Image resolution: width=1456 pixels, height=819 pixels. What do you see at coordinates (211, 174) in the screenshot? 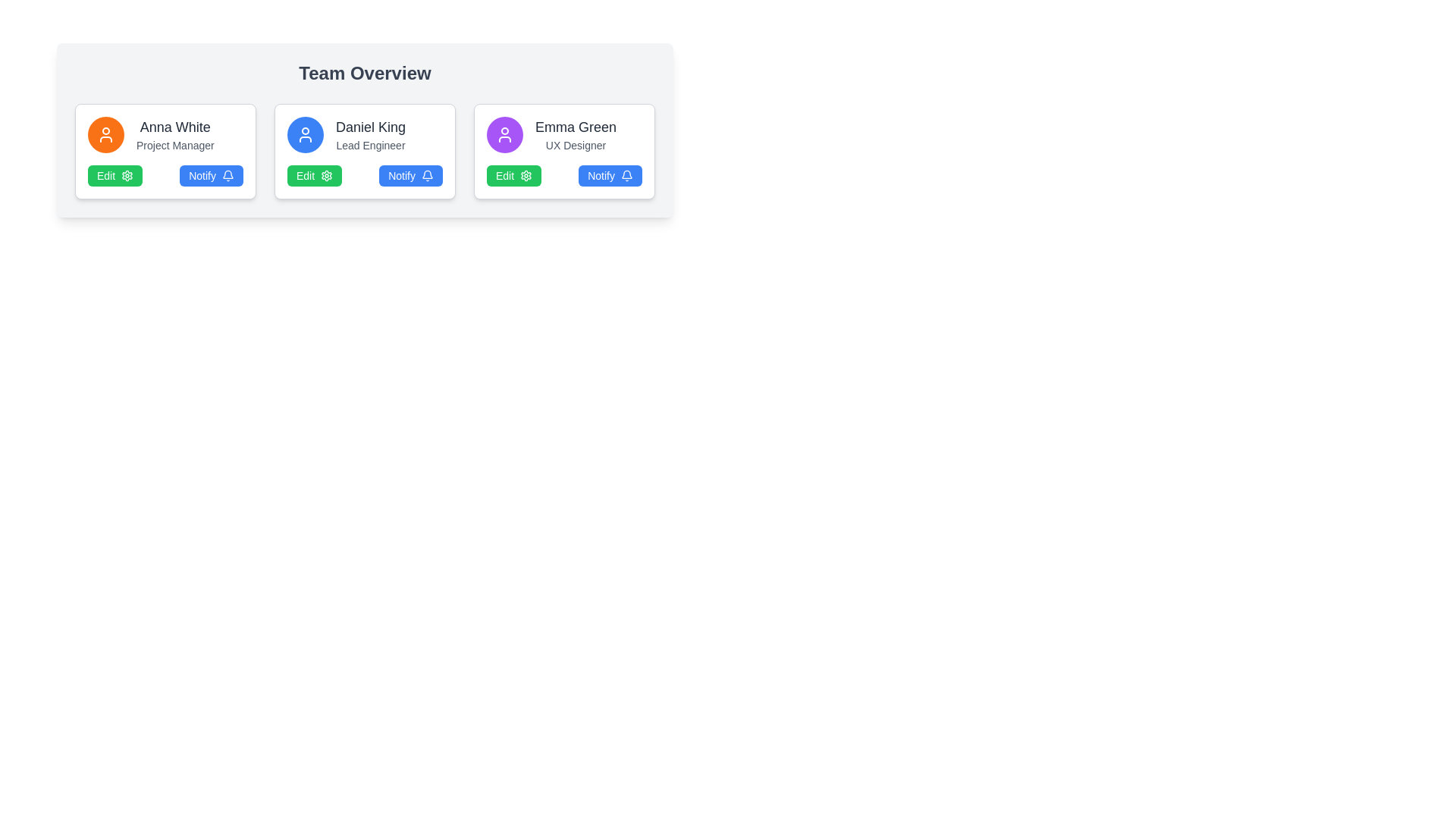
I see `the notification button located in the profile card, situated in the middle column and positioned just to the right of the 'Edit' button` at bounding box center [211, 174].